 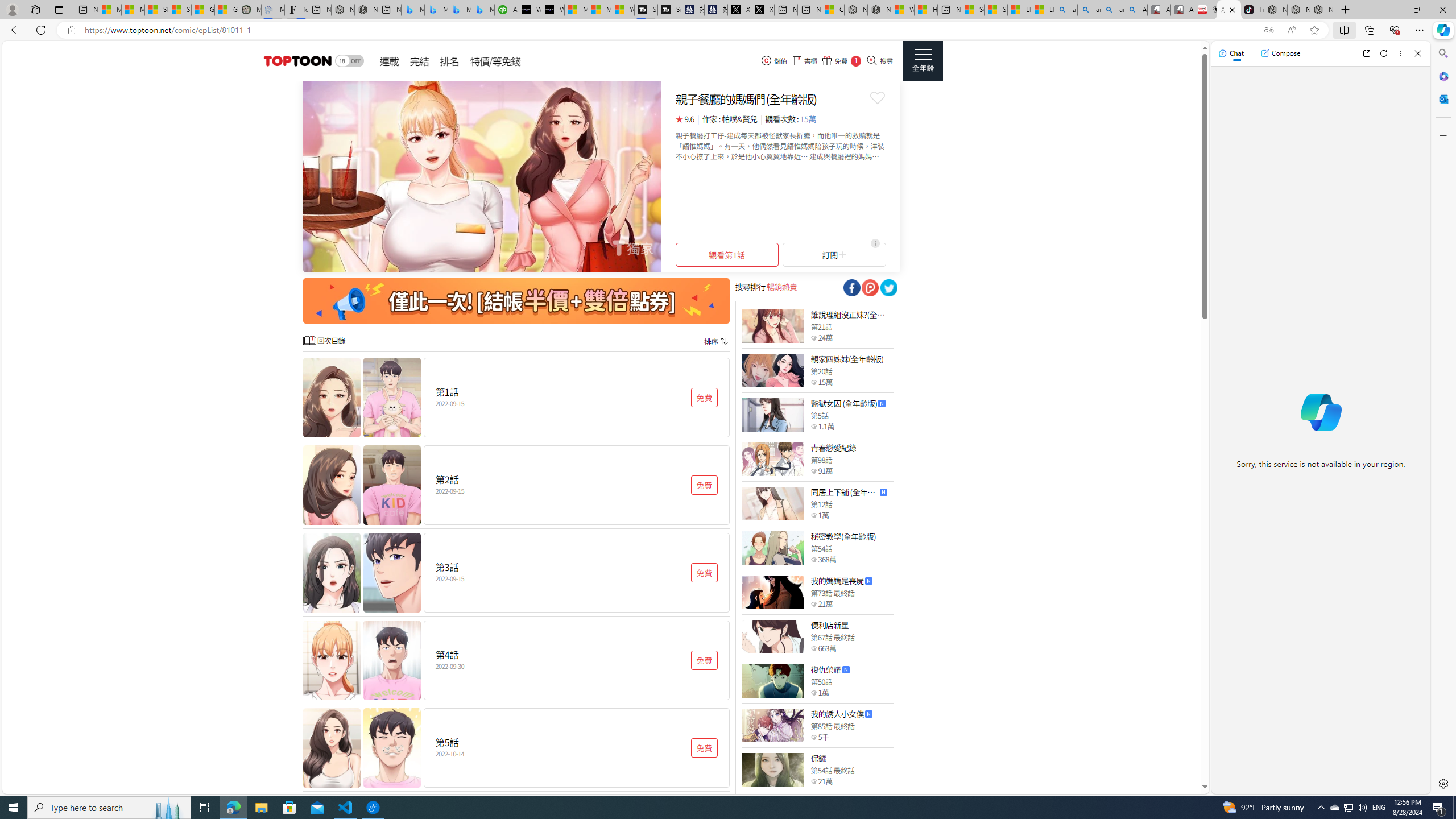 I want to click on 'Huge shark washes ashore at New York City beach | Watch', so click(x=925, y=9).